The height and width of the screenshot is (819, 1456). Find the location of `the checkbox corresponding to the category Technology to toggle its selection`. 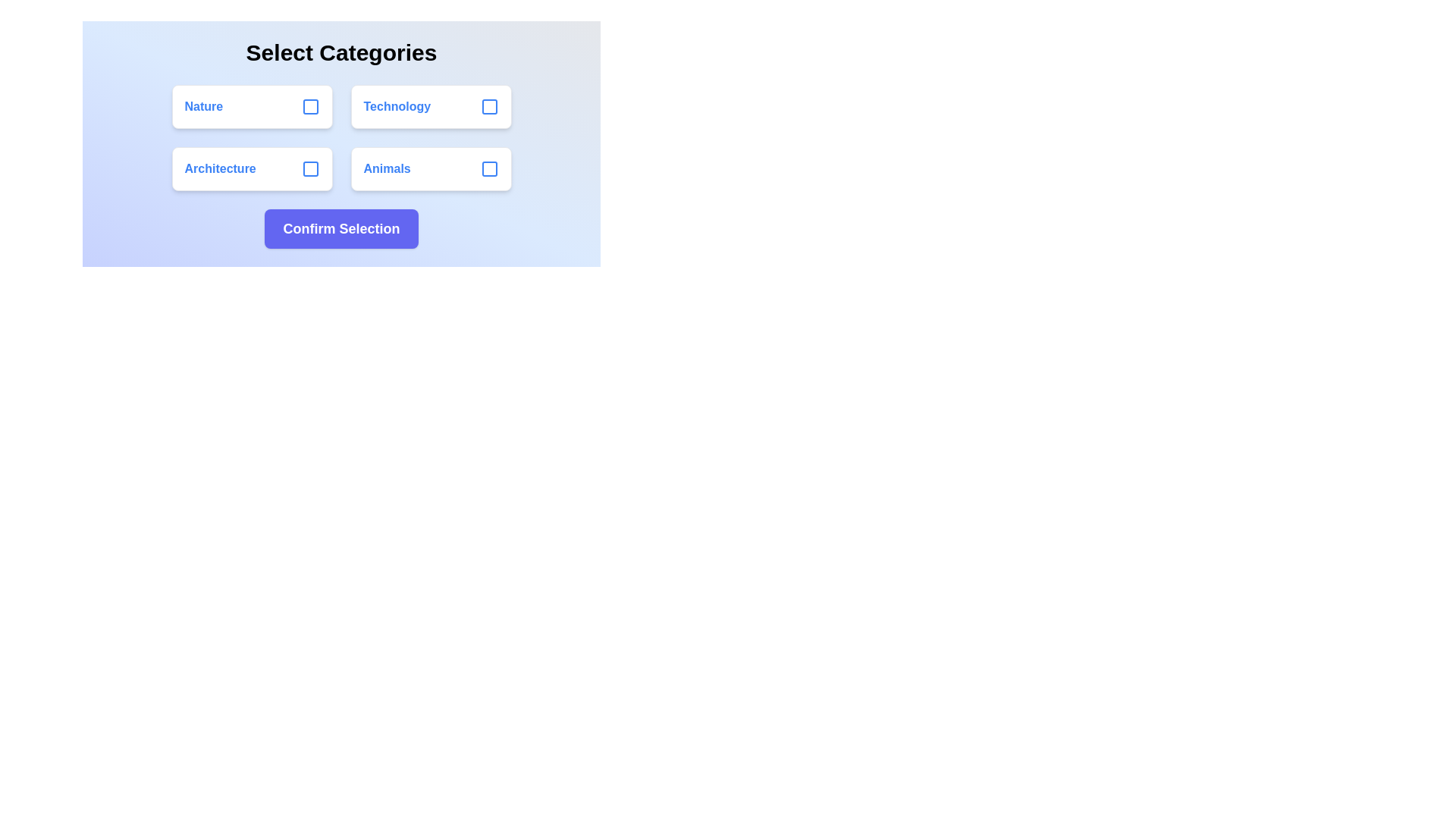

the checkbox corresponding to the category Technology to toggle its selection is located at coordinates (489, 106).